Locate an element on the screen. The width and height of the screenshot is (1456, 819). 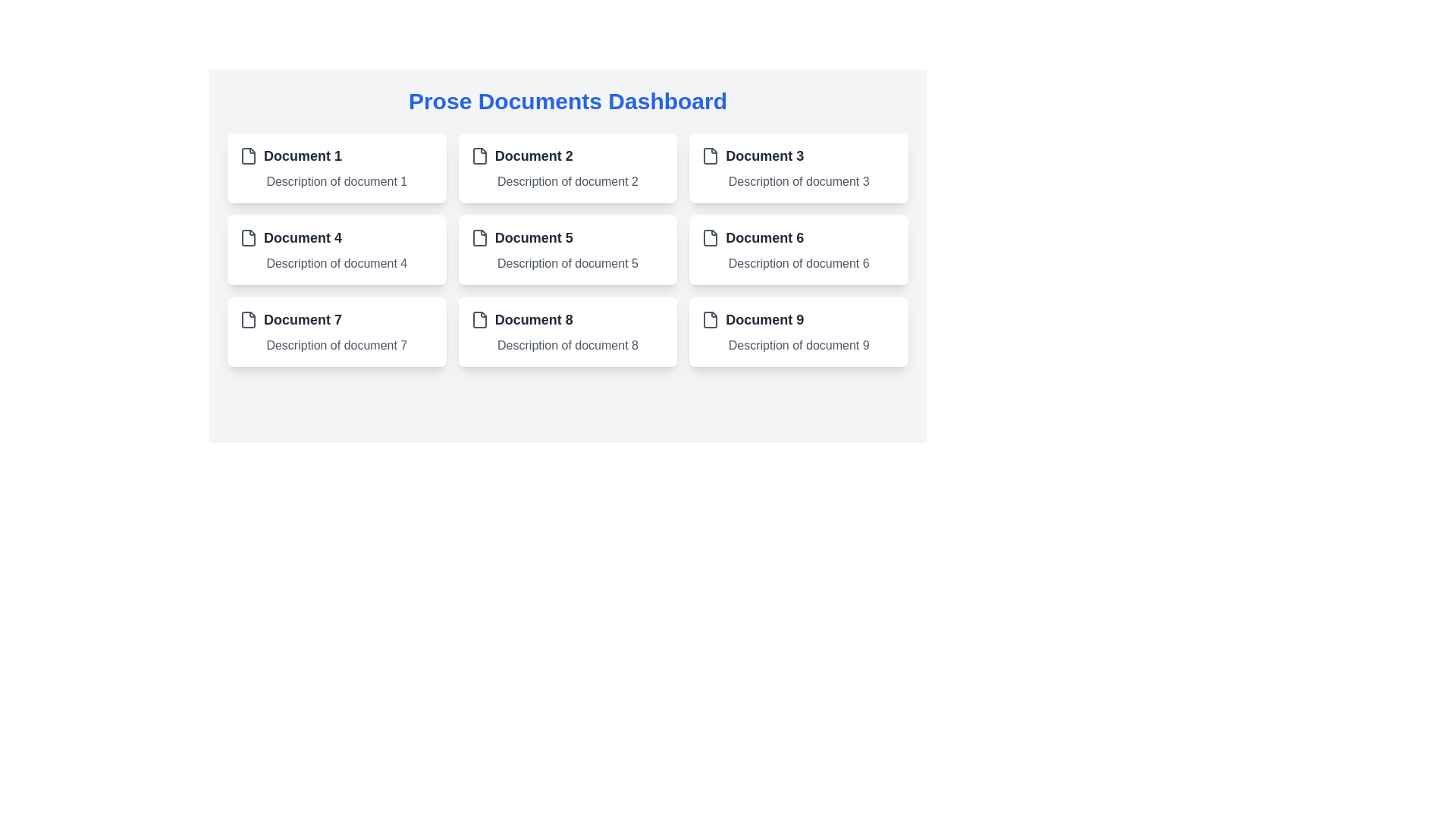
prominently displayed heading text 'Prose Documents Dashboard', which is styled in bold blue font and positioned at the top of the user interface is located at coordinates (566, 102).